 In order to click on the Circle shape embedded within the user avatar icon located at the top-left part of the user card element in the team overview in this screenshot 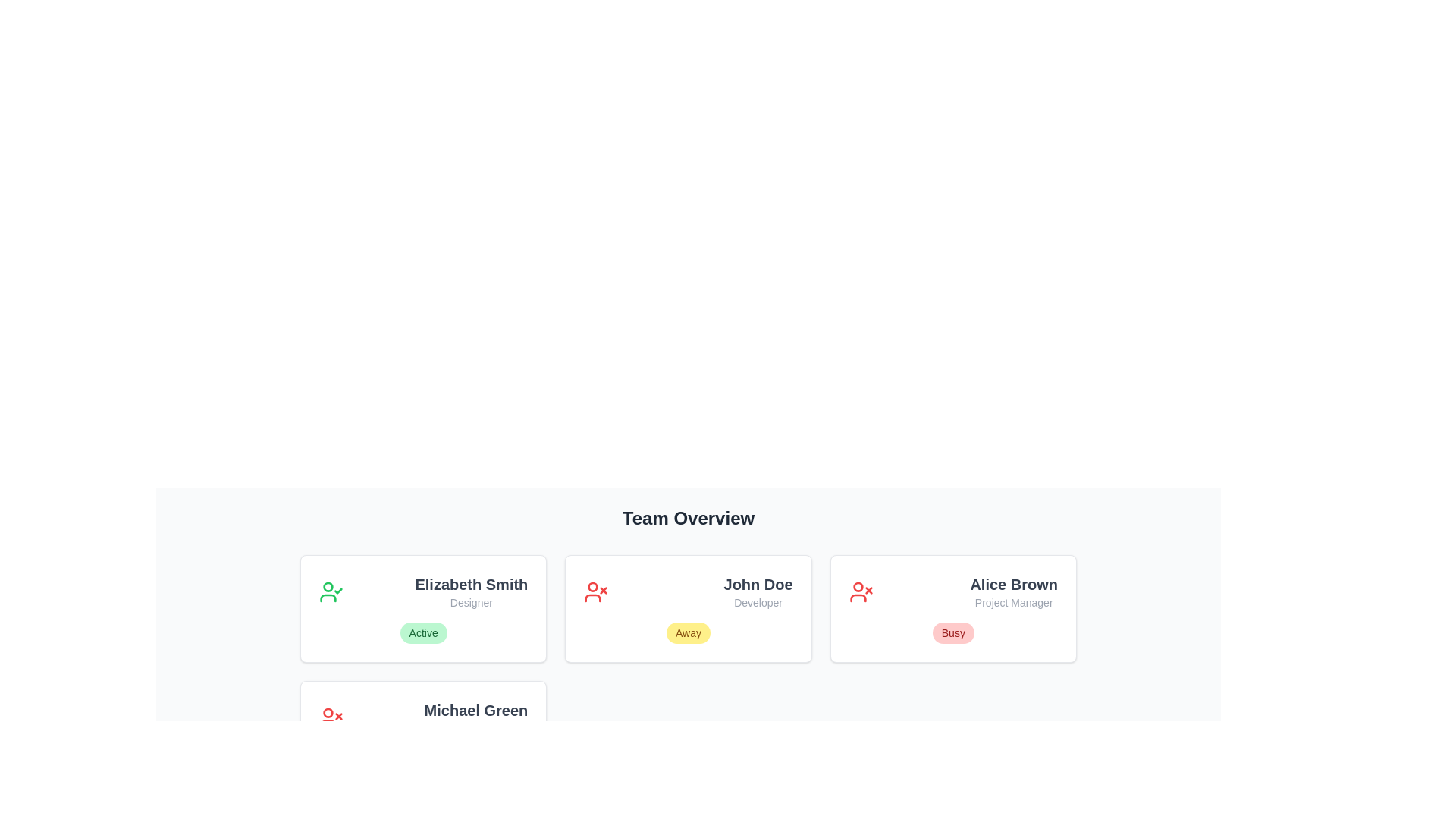, I will do `click(592, 586)`.